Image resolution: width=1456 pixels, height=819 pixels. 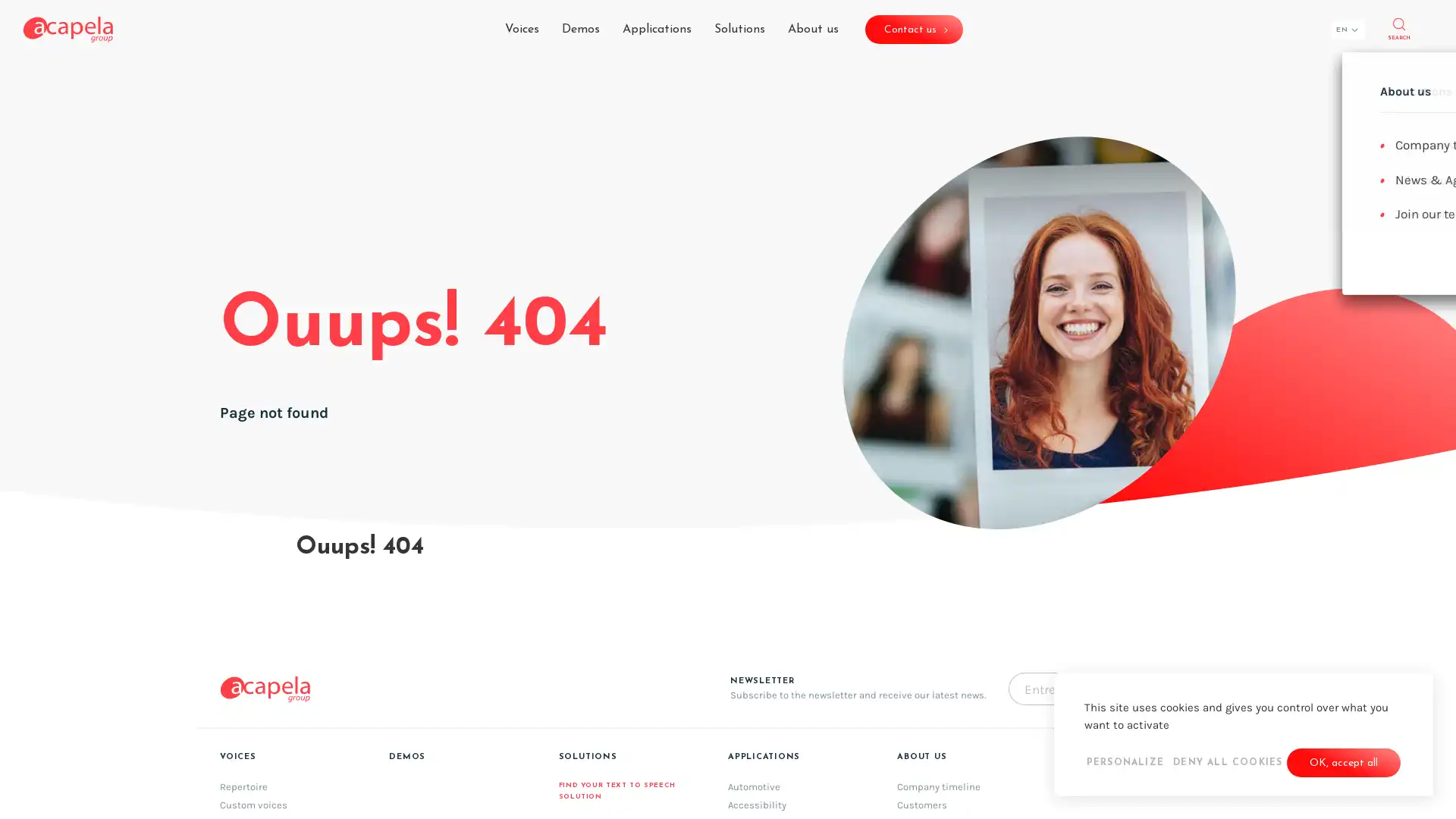 I want to click on PERSONALIZE, so click(x=1125, y=763).